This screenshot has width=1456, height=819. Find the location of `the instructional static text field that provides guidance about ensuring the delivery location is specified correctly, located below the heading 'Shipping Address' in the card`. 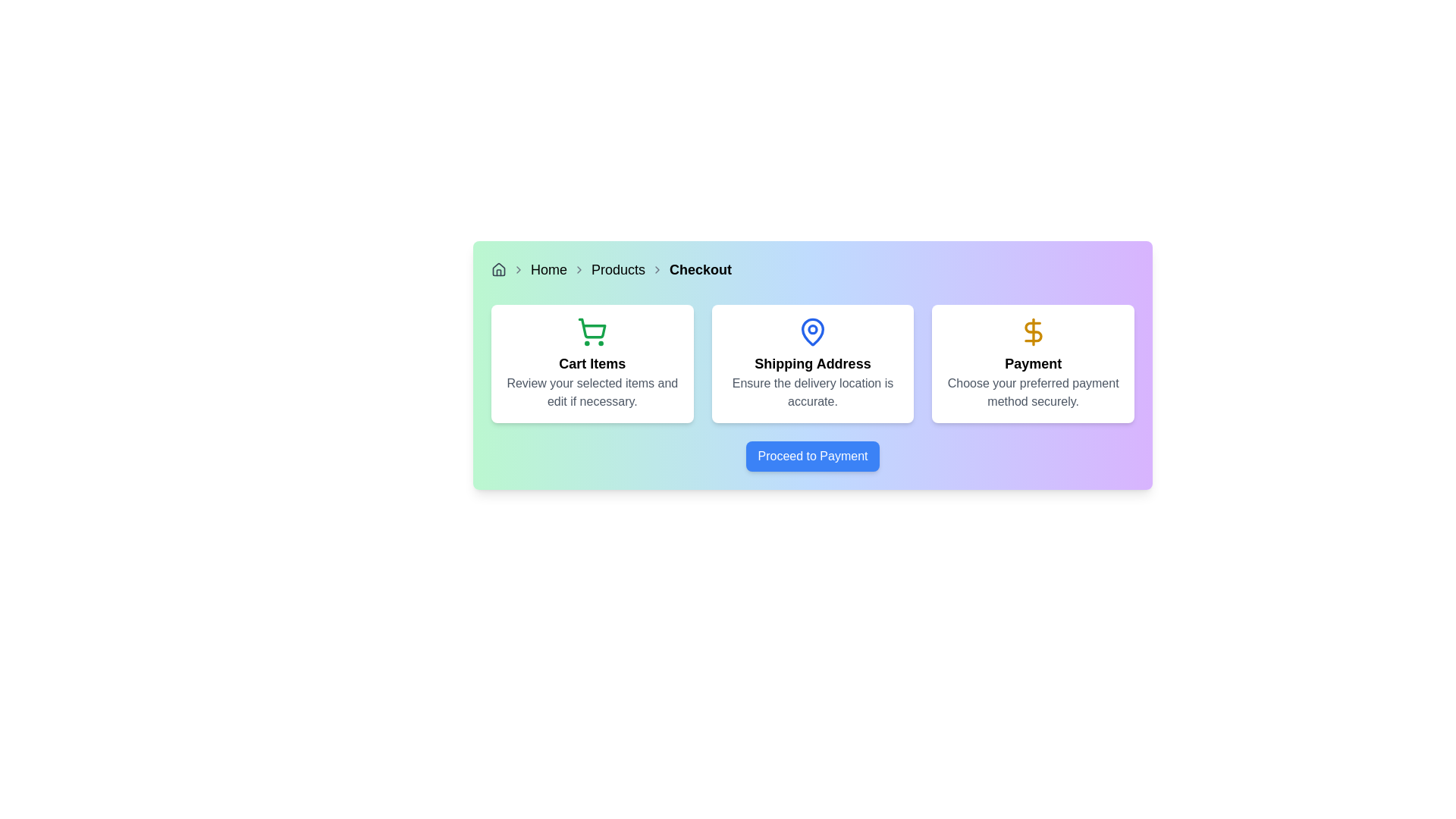

the instructional static text field that provides guidance about ensuring the delivery location is specified correctly, located below the heading 'Shipping Address' in the card is located at coordinates (811, 391).